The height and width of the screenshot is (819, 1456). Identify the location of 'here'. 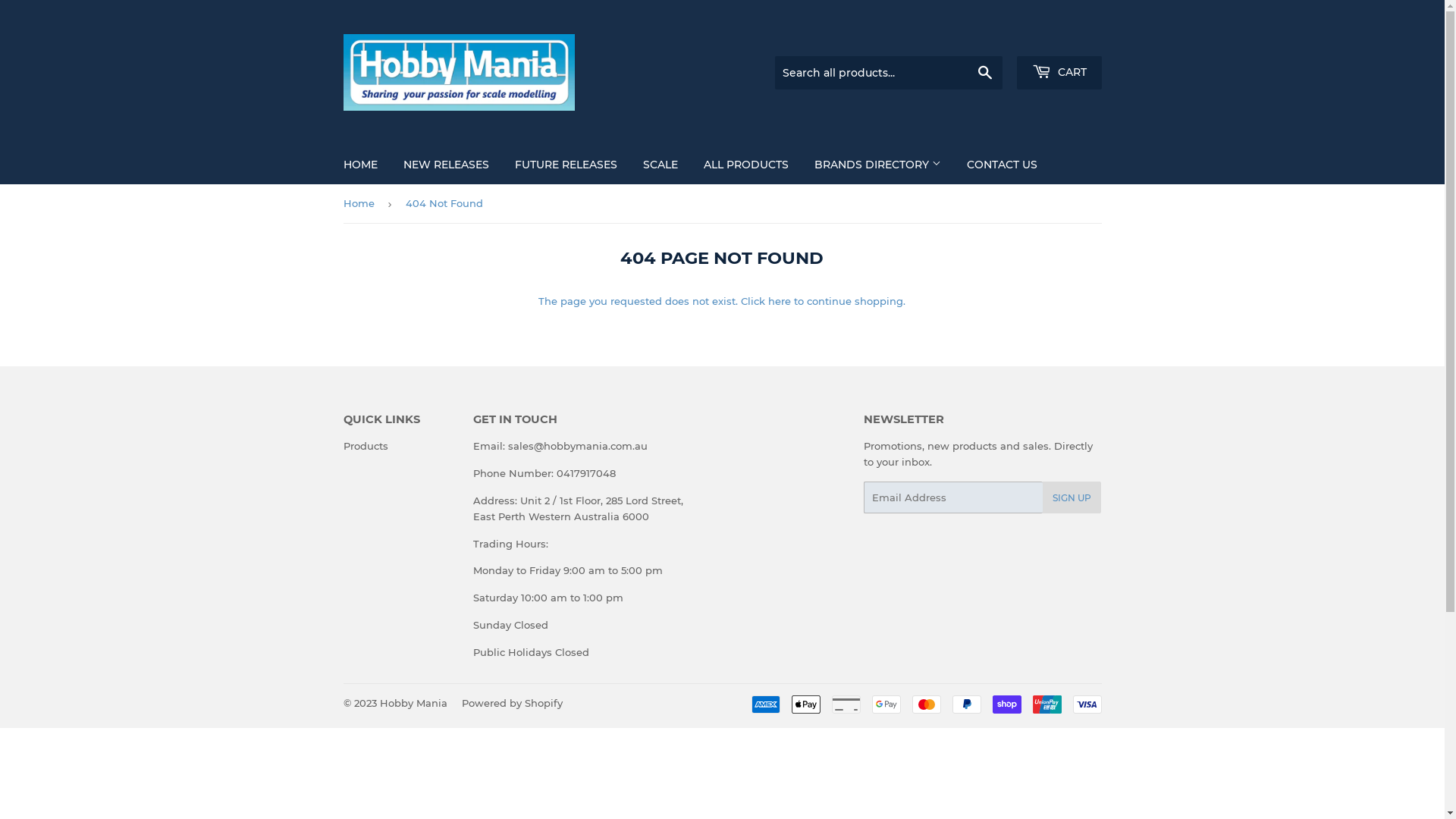
(779, 301).